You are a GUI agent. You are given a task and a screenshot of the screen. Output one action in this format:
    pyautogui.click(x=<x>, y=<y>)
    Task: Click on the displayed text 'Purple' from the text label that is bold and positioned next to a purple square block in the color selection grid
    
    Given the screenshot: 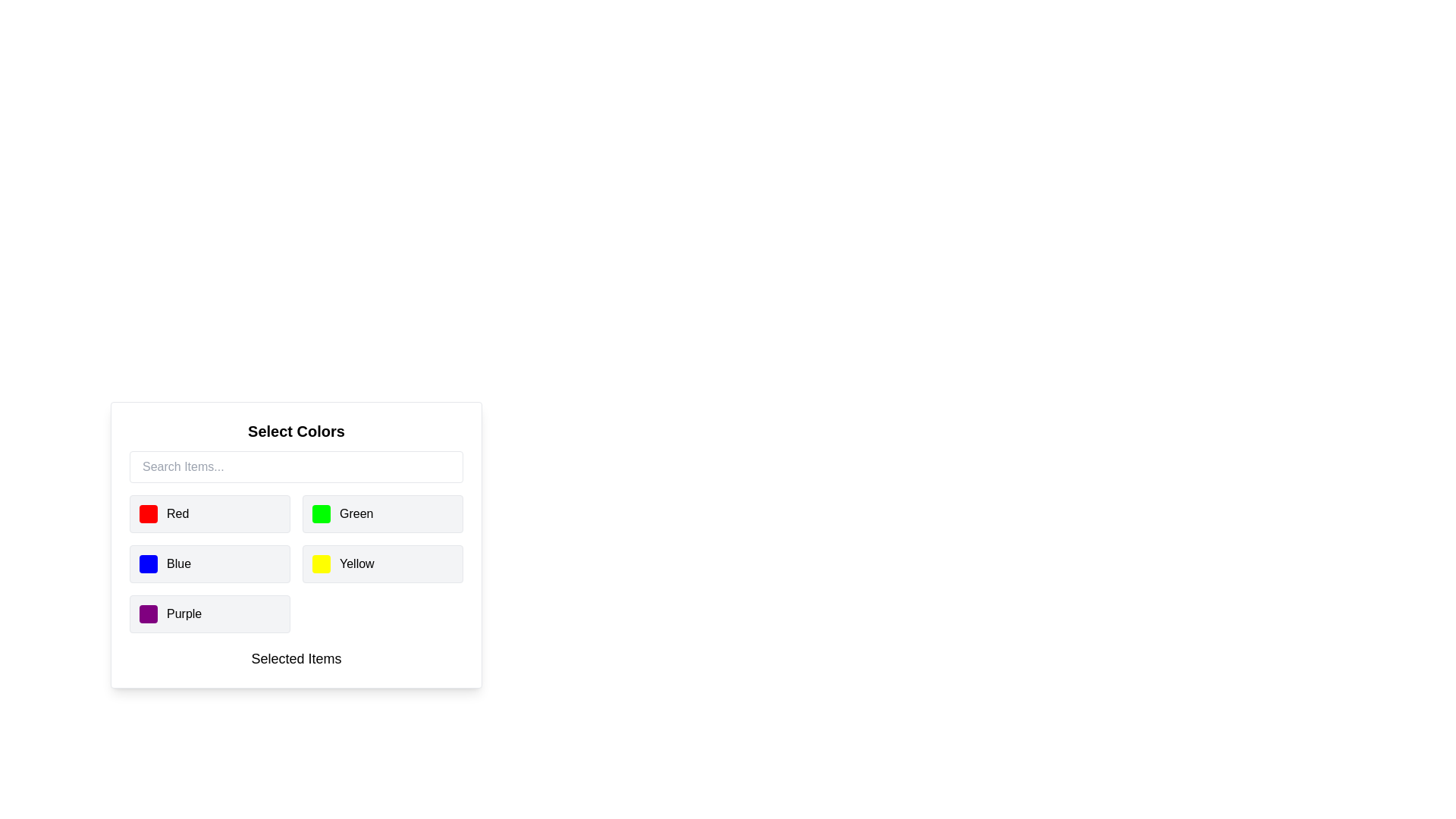 What is the action you would take?
    pyautogui.click(x=184, y=614)
    